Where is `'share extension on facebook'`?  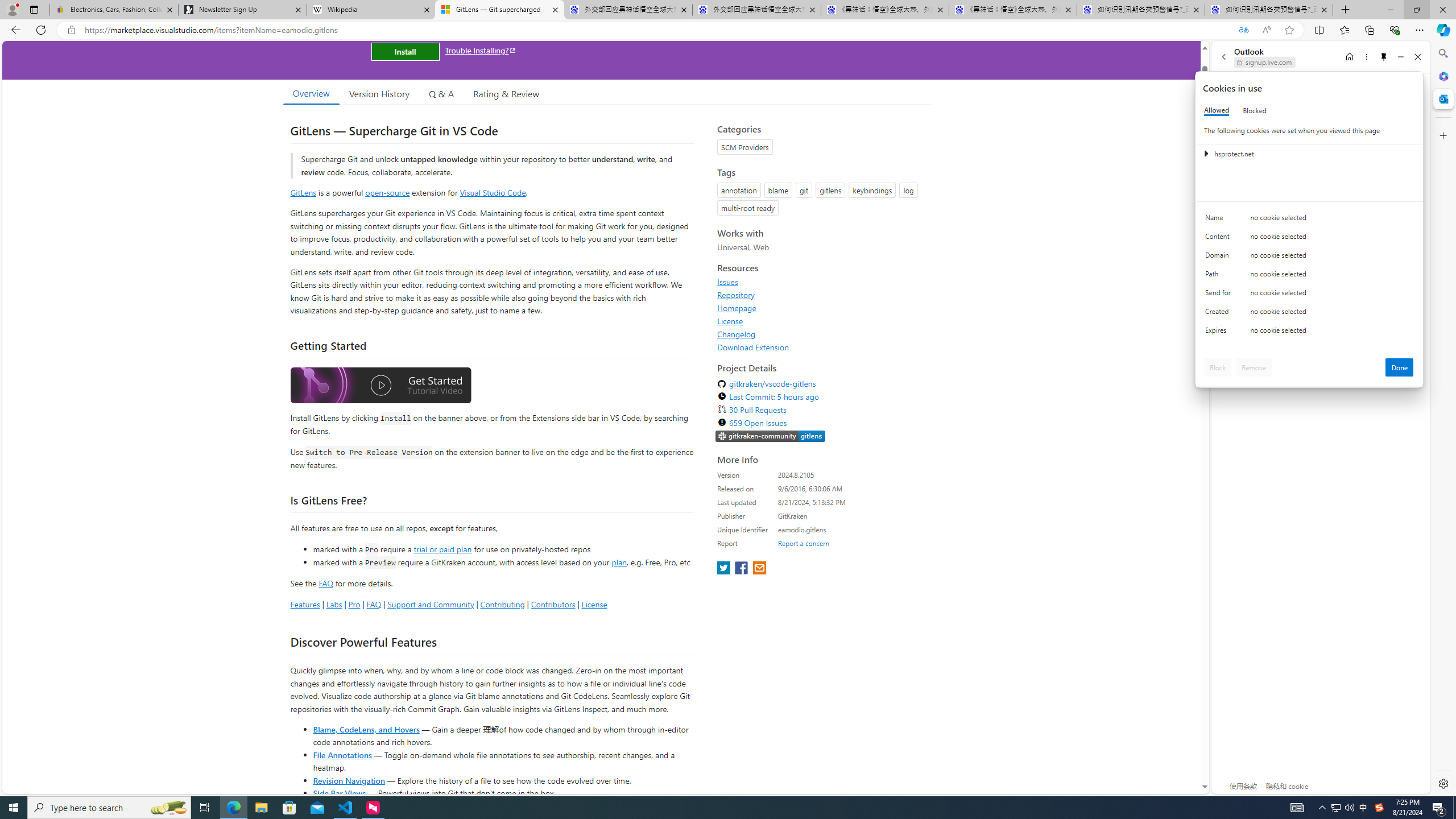
'share extension on facebook' is located at coordinates (742, 568).